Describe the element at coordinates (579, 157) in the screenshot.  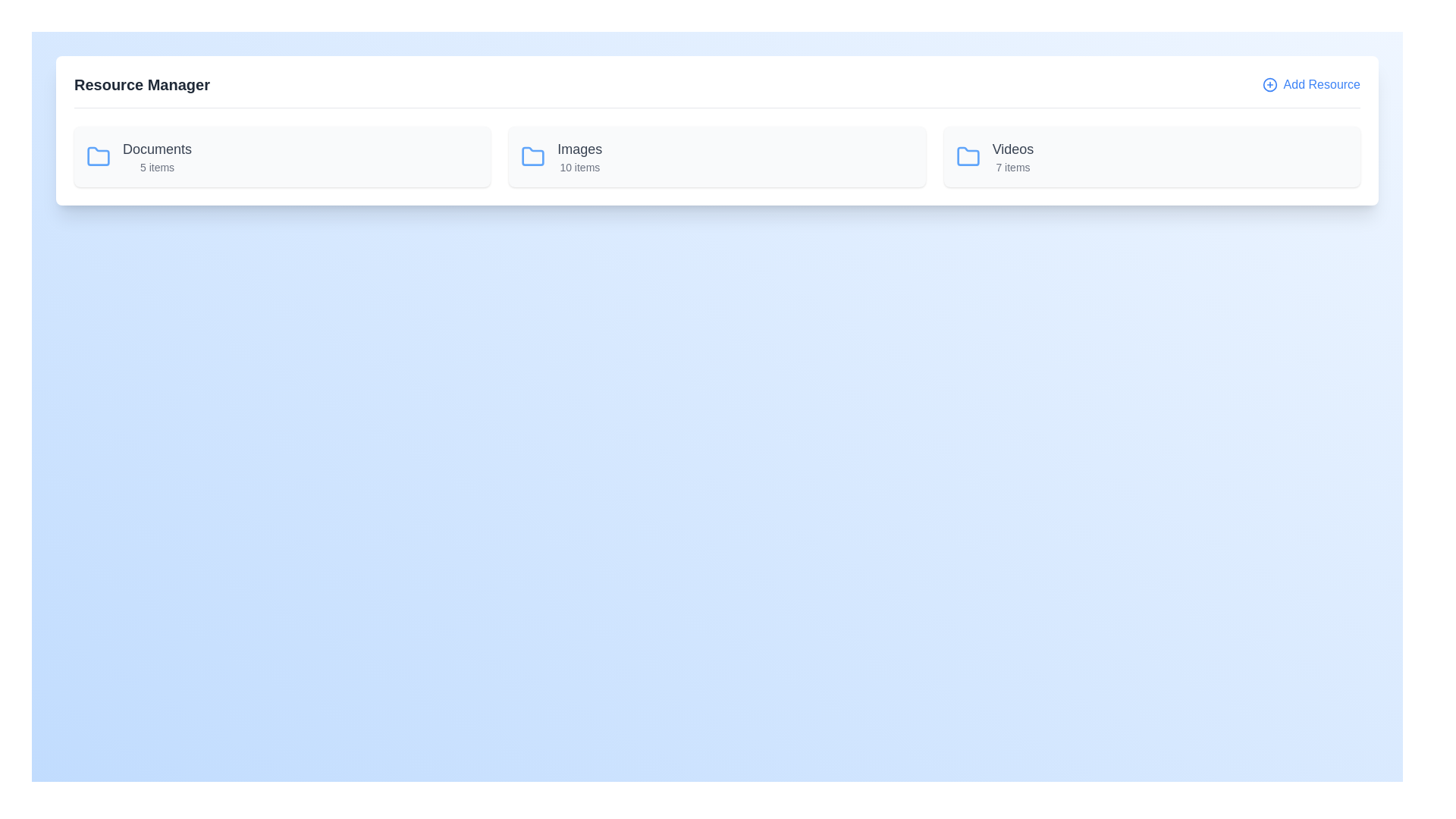
I see `text content from the Text block displaying 'Images' and '10 items', located in the center of the main layout panel, between the 'Documents' and 'Videos' sections` at that location.